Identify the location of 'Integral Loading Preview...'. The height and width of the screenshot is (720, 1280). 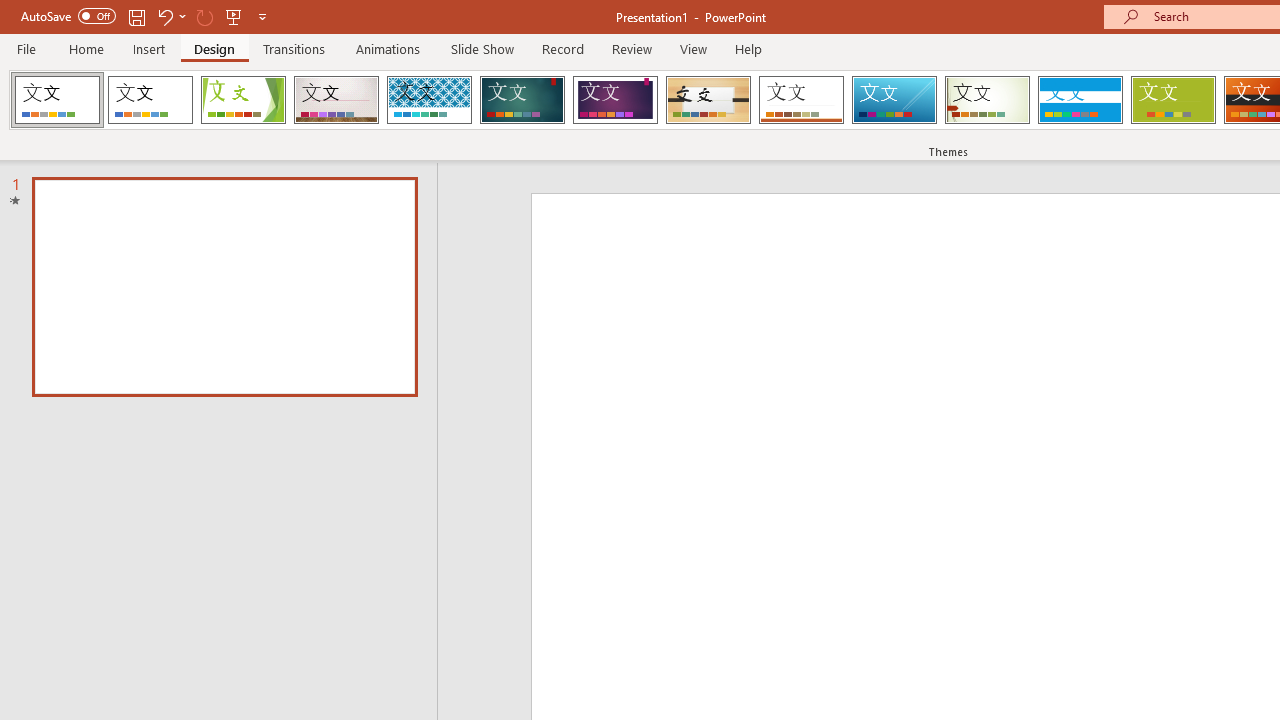
(428, 100).